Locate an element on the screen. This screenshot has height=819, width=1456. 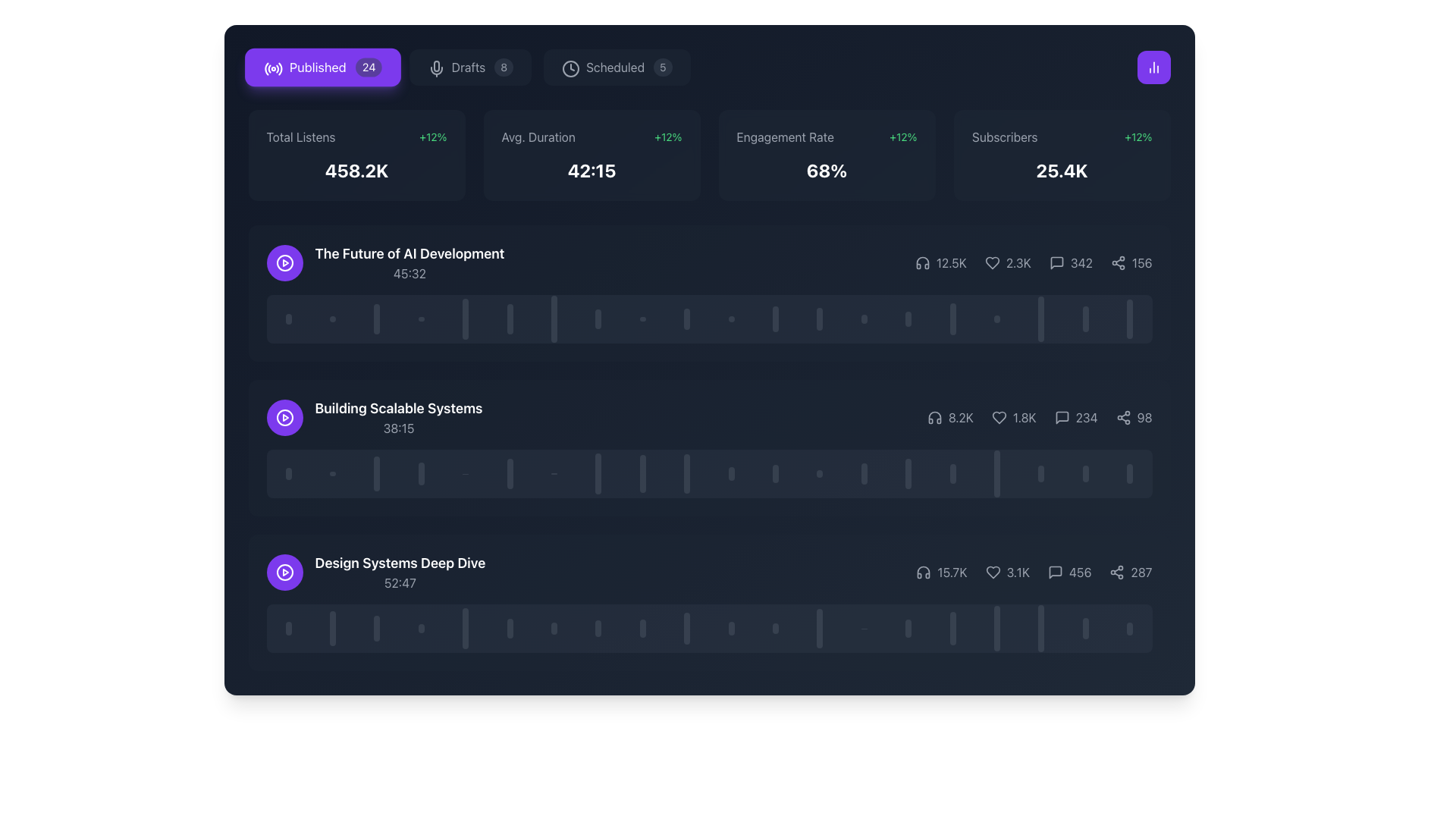
the small gray badge with the numerical value '8' located is located at coordinates (504, 66).